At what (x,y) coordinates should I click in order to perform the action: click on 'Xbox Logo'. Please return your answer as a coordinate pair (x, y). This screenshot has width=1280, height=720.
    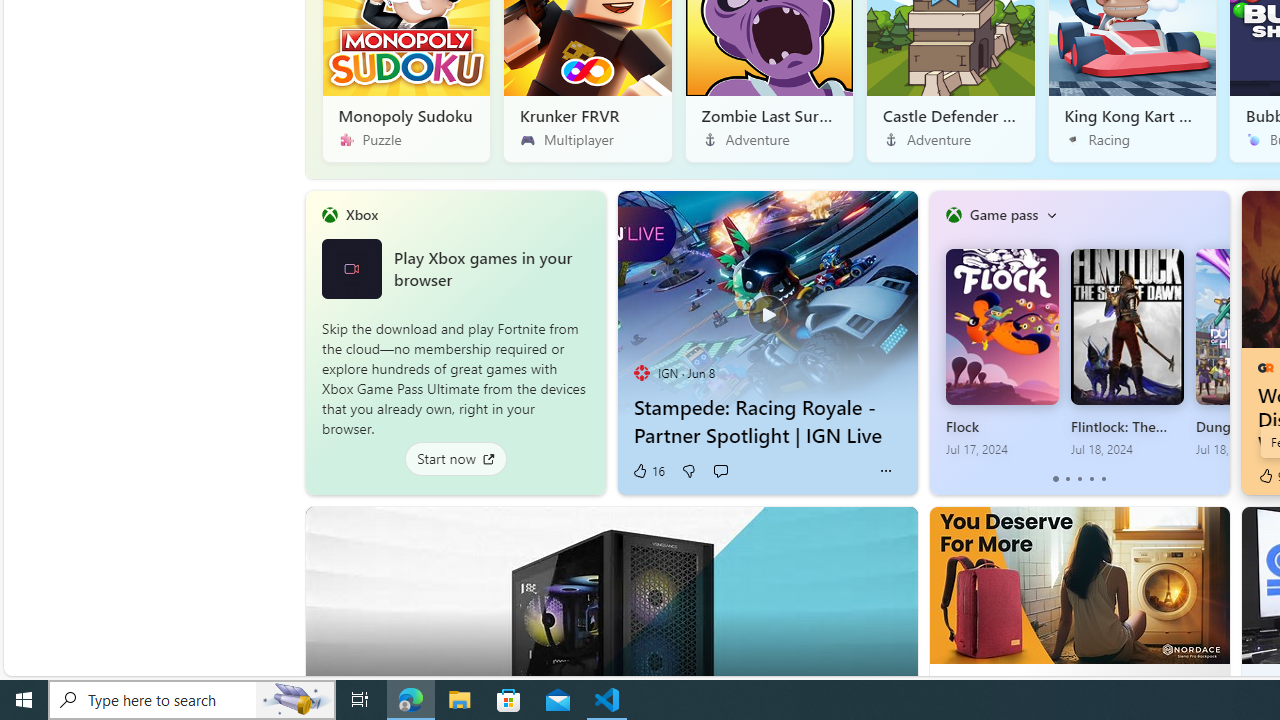
    Looking at the image, I should click on (351, 267).